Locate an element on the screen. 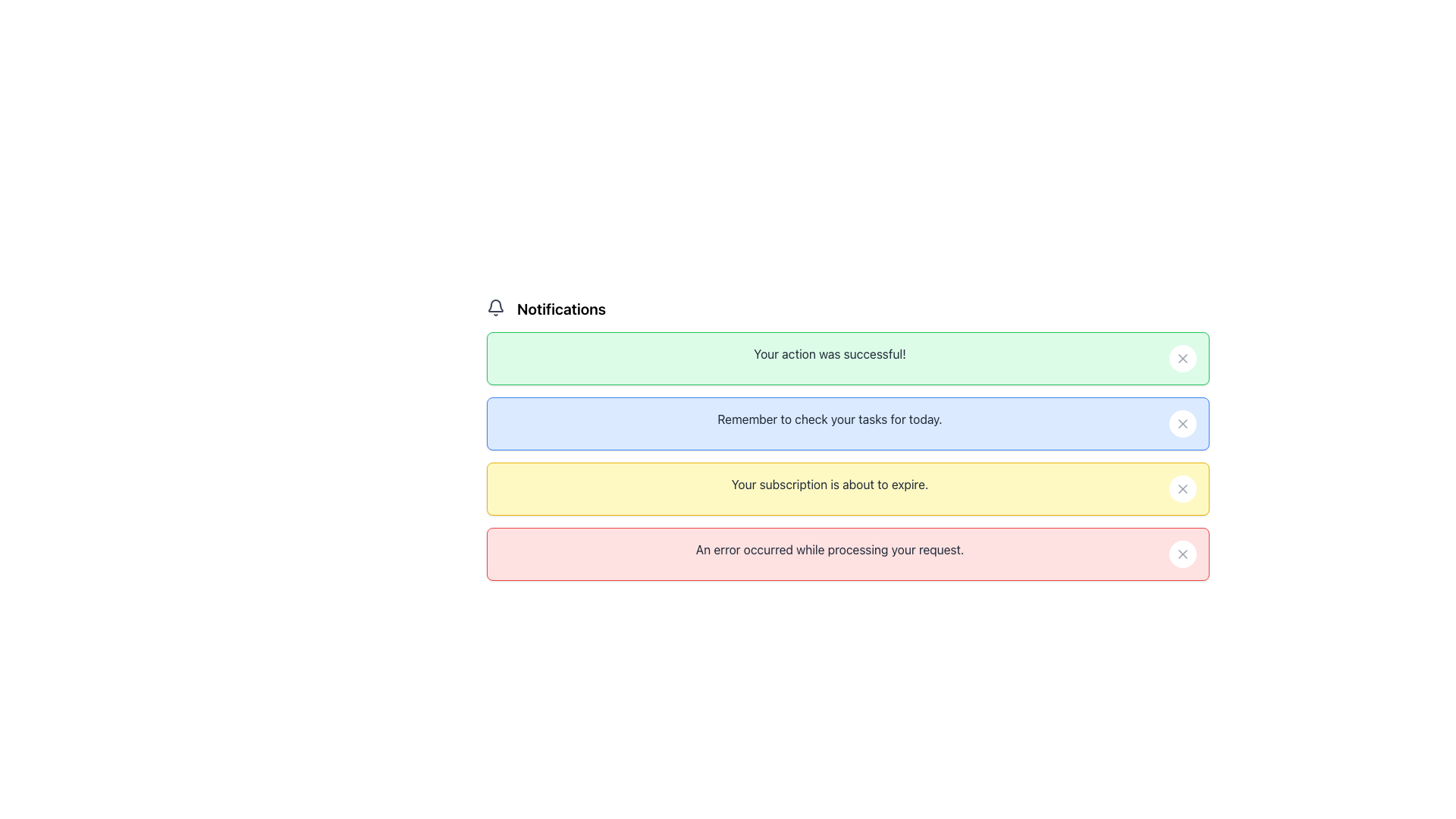 Image resolution: width=1456 pixels, height=819 pixels. message displayed in the Notification Card with a yellow background that states 'Your subscription is about to expire.' This is the third notification in the list under 'Notifications.' is located at coordinates (847, 455).